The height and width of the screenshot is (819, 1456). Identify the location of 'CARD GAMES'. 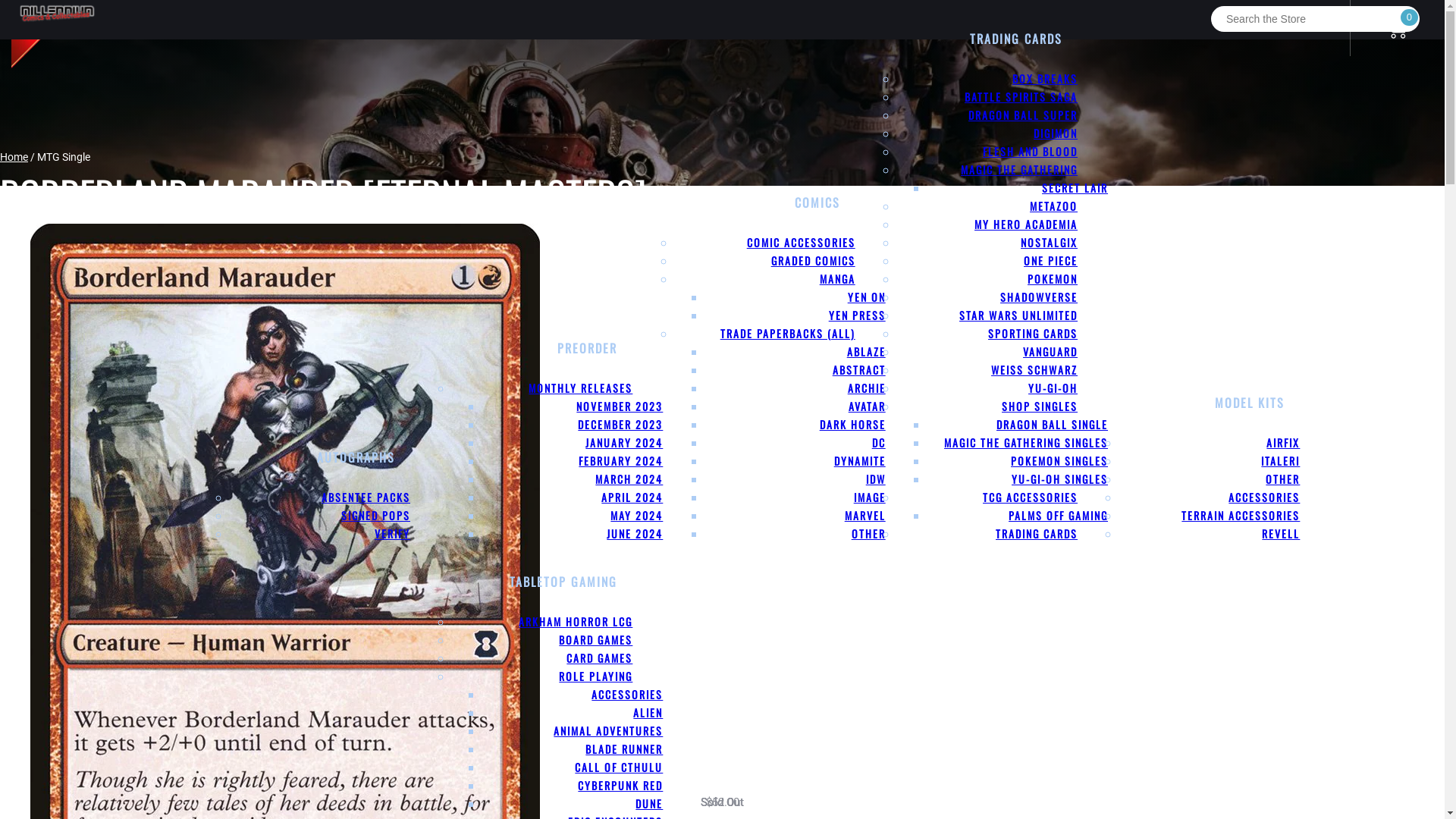
(598, 657).